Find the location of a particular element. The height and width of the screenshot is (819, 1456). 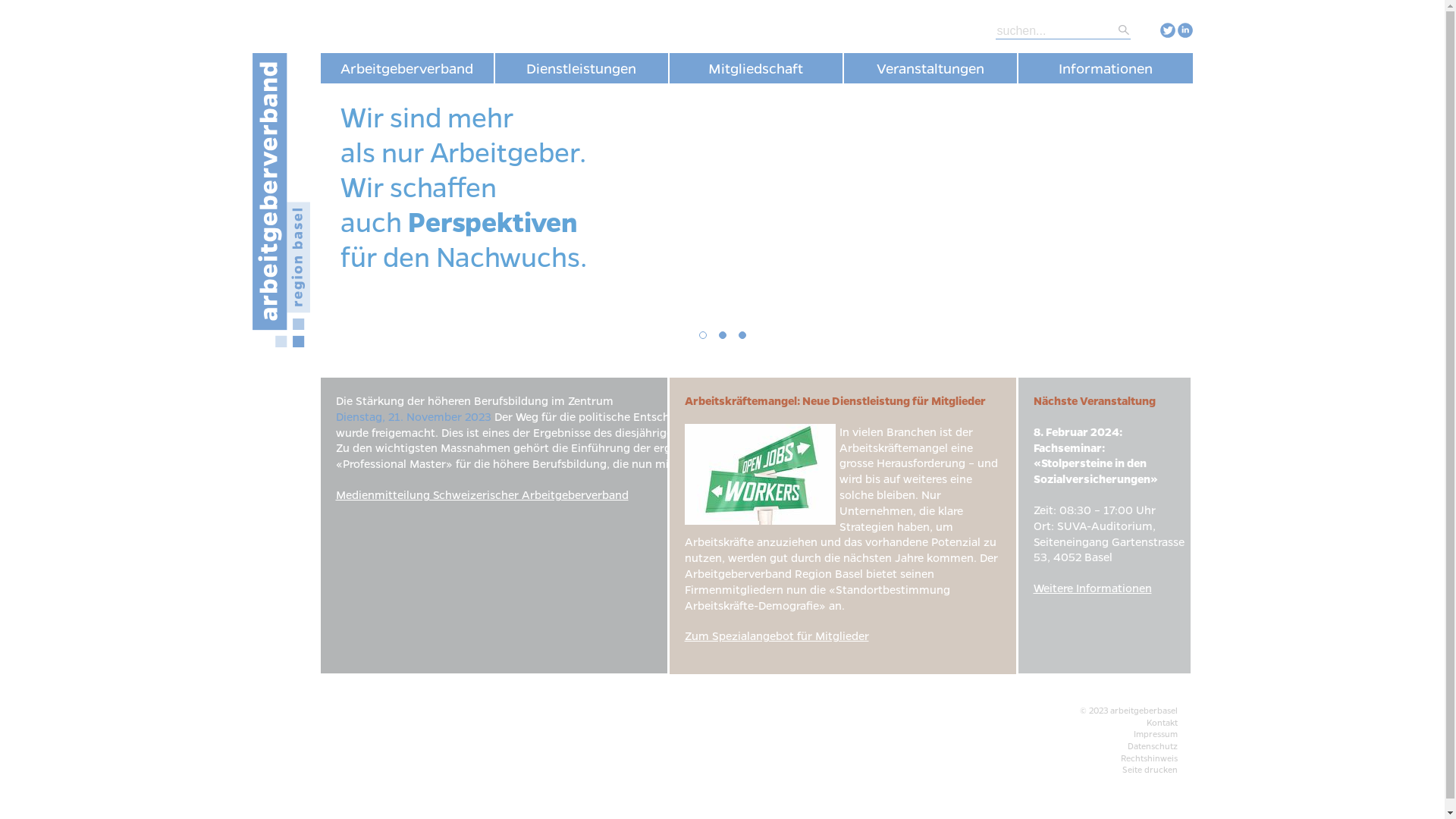

'Mitgliedschaft' is located at coordinates (755, 67).